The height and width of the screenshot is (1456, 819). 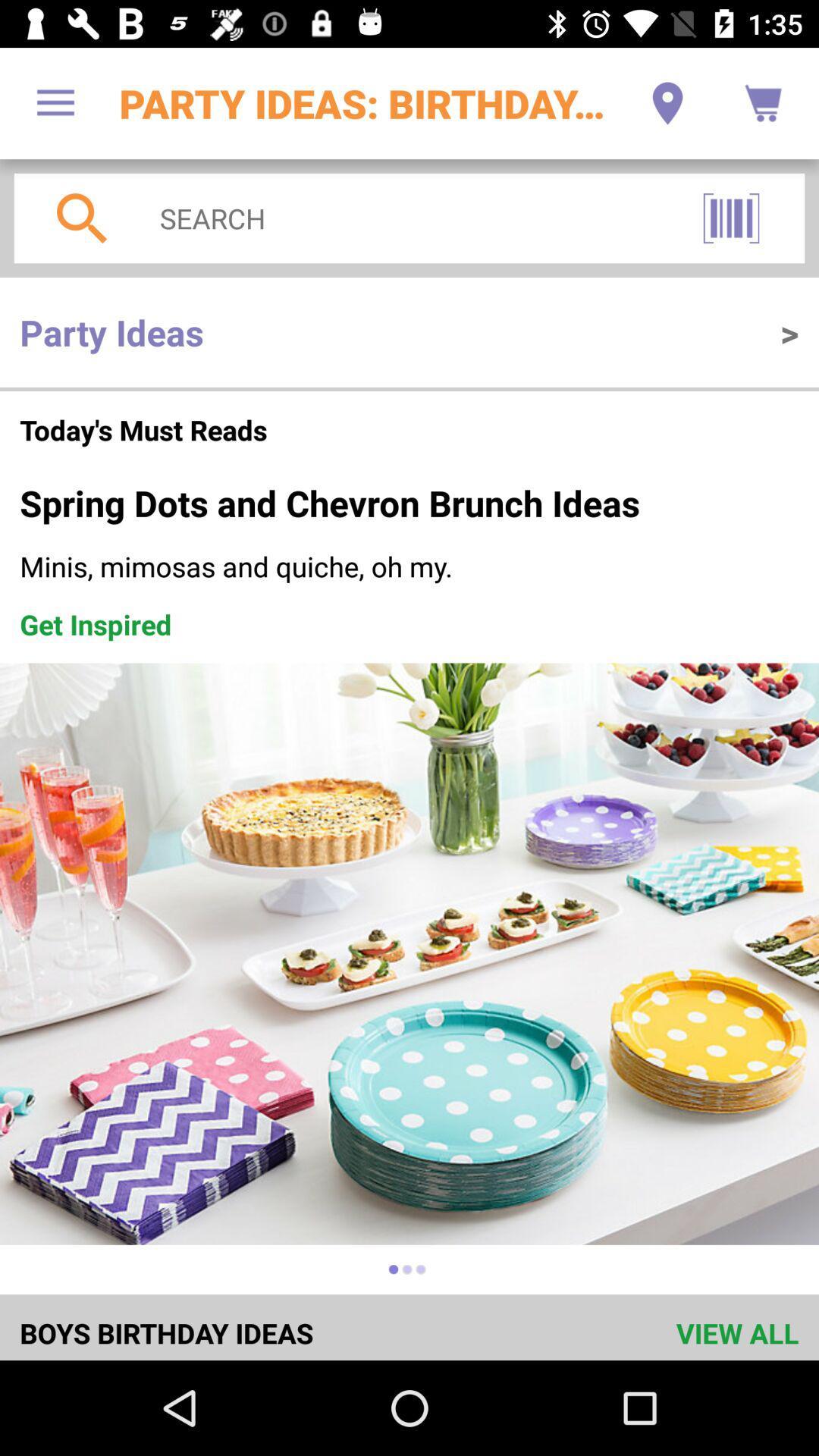 What do you see at coordinates (55, 102) in the screenshot?
I see `the app next to the party ideas birthday app` at bounding box center [55, 102].